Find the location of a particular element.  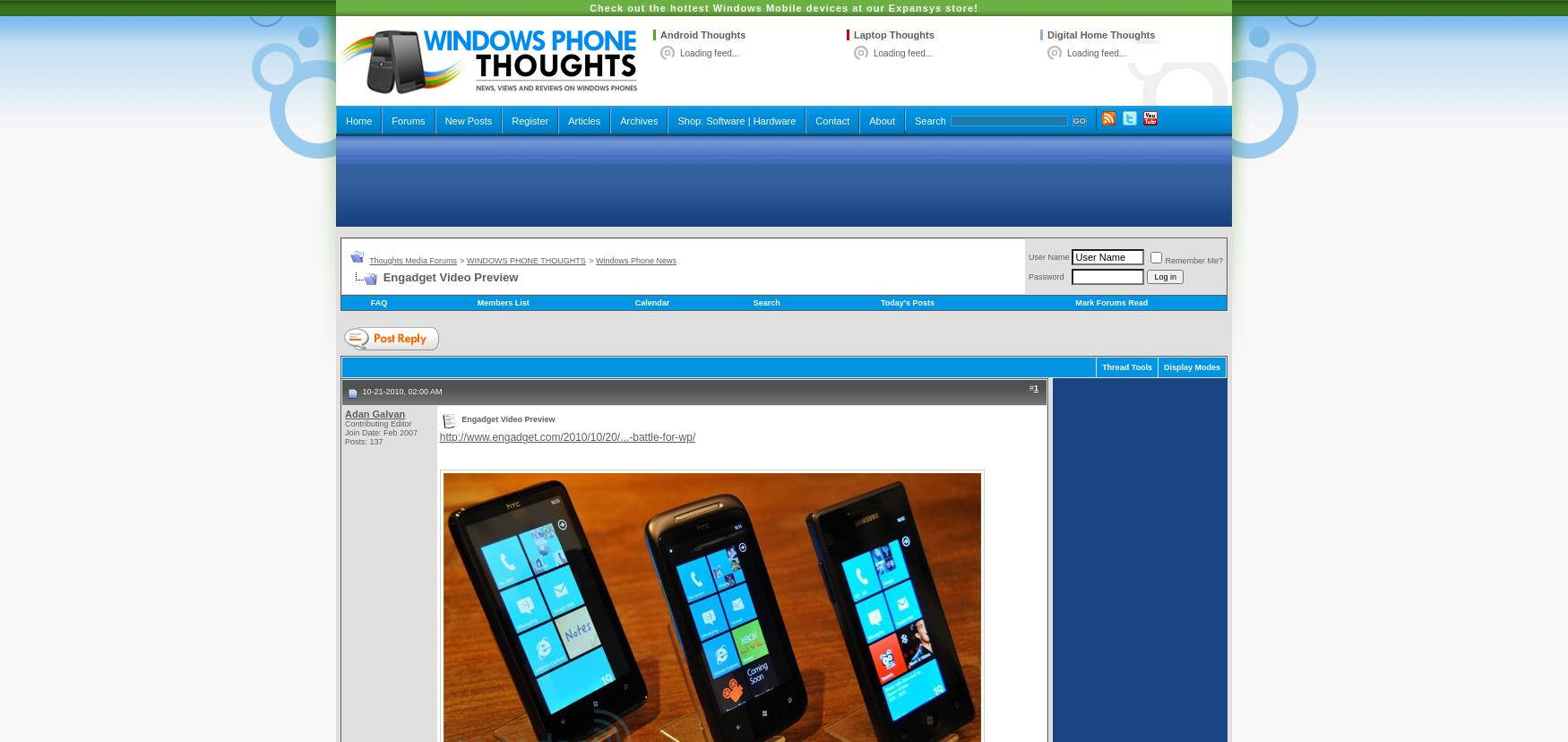

'Android Thoughts' is located at coordinates (702, 33).